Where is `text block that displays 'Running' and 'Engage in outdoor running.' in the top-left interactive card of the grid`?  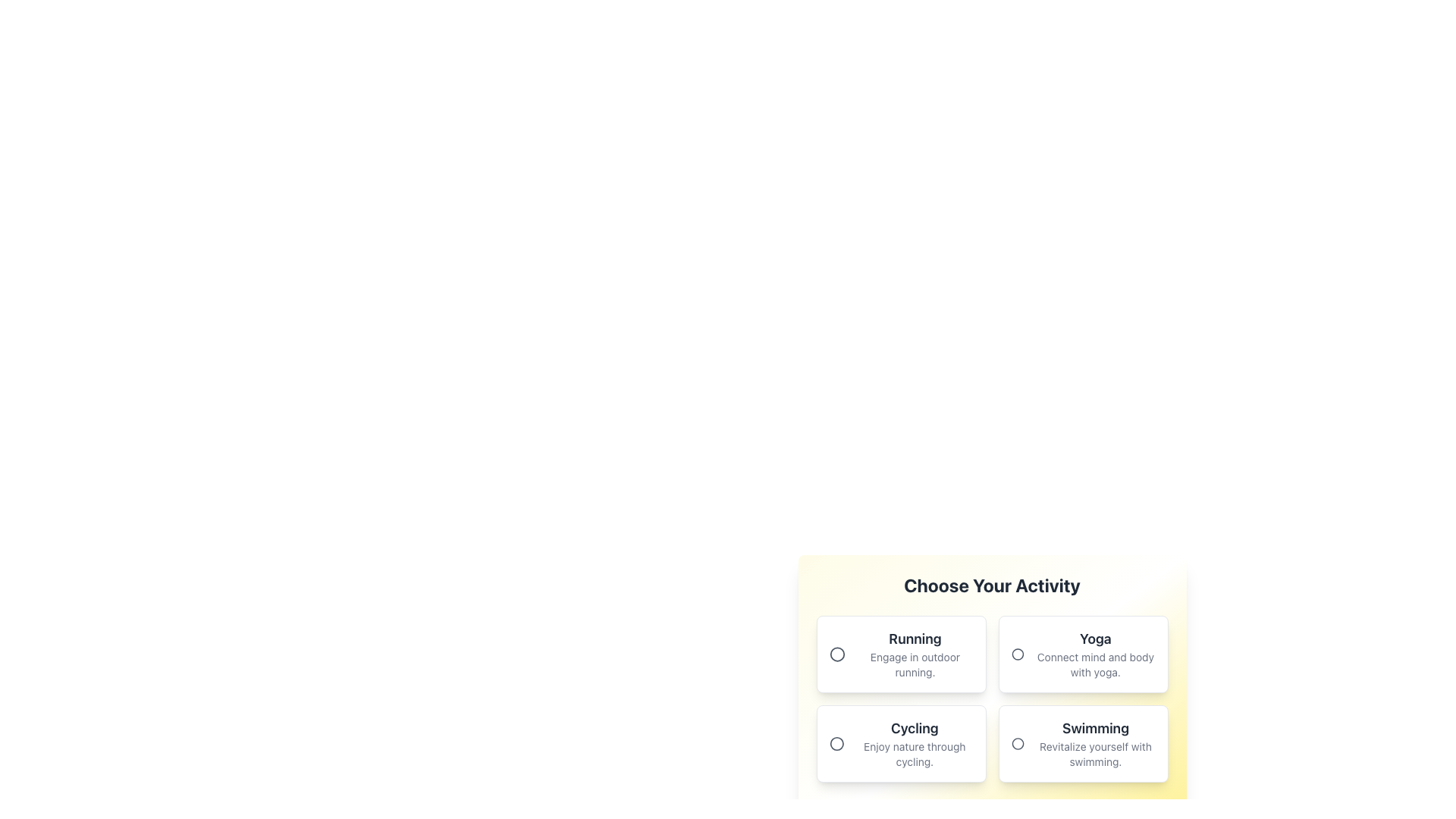 text block that displays 'Running' and 'Engage in outdoor running.' in the top-left interactive card of the grid is located at coordinates (914, 654).